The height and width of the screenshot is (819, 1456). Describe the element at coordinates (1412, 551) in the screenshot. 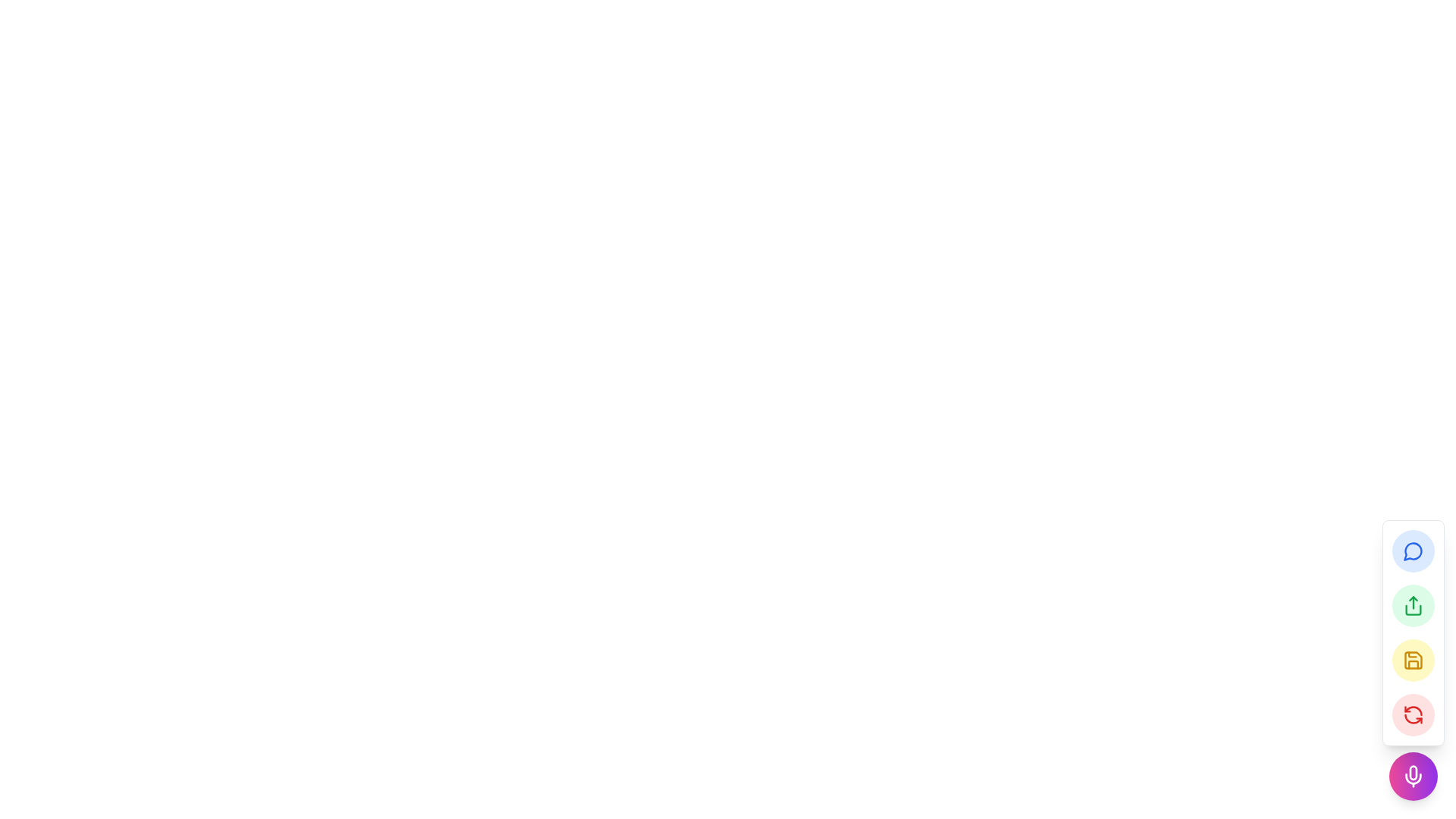

I see `the topmost icon button in the vertical menu bar on the right side of the interface` at that location.